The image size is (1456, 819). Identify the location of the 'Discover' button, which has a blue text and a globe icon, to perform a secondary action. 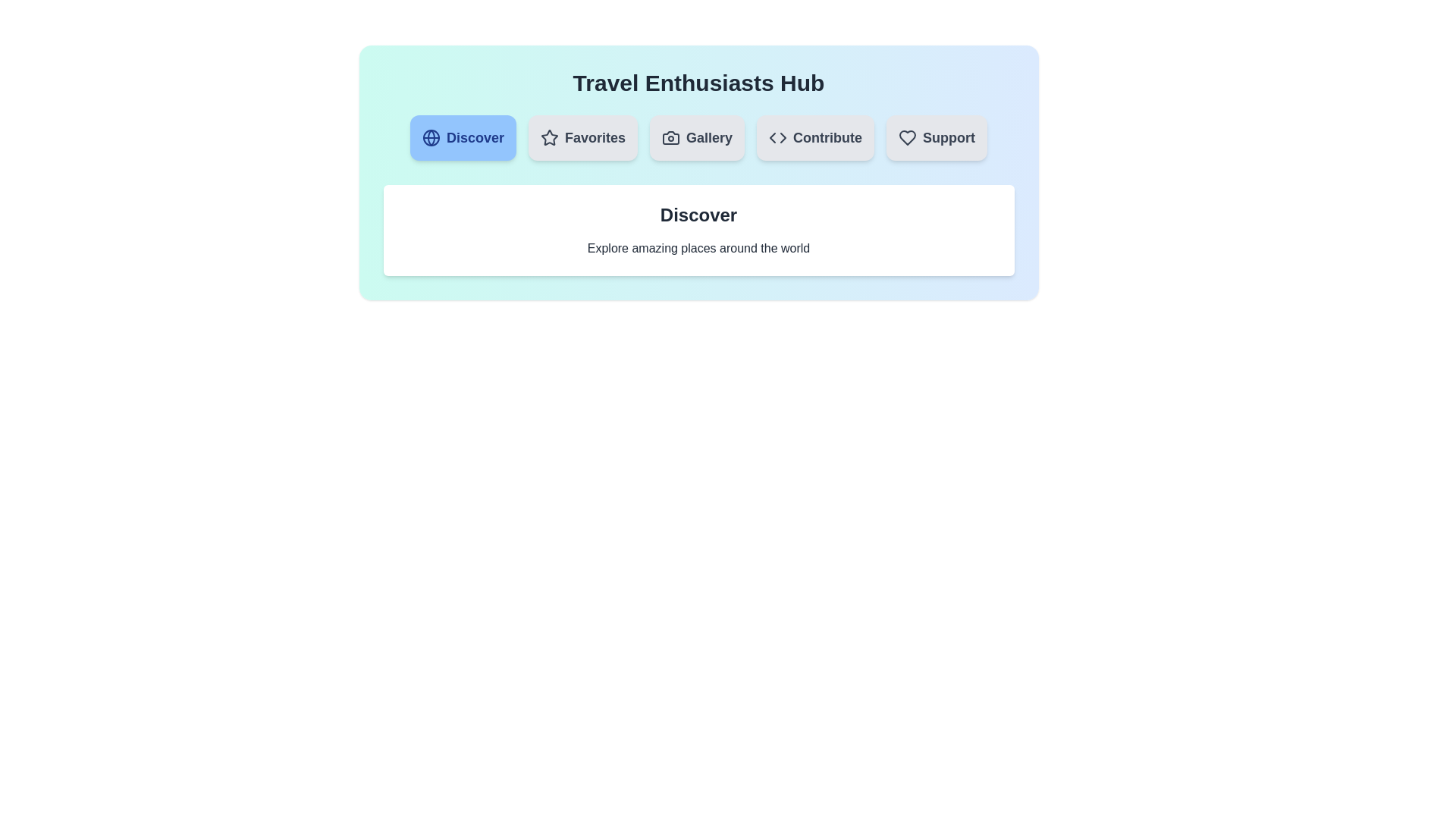
(462, 137).